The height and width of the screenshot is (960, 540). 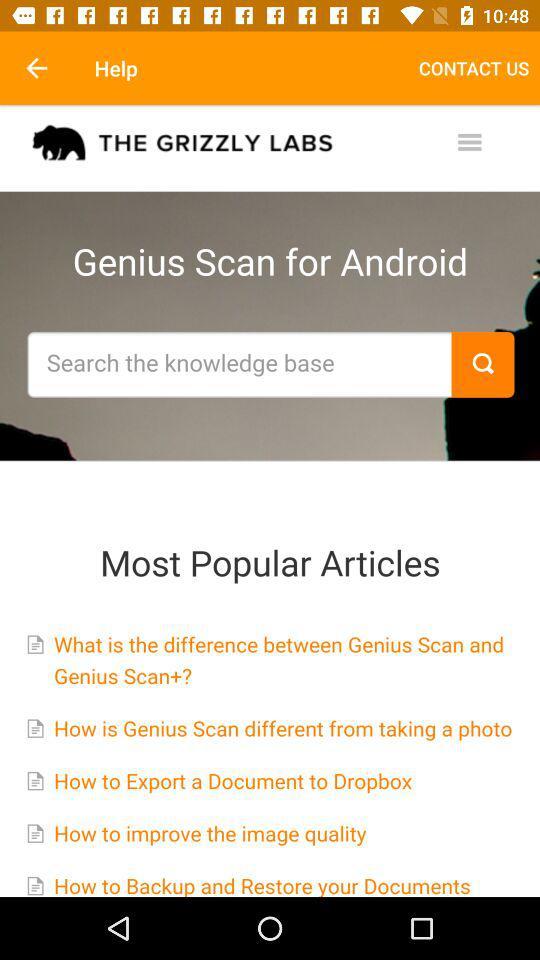 What do you see at coordinates (270, 500) in the screenshot?
I see `icon at the center` at bounding box center [270, 500].